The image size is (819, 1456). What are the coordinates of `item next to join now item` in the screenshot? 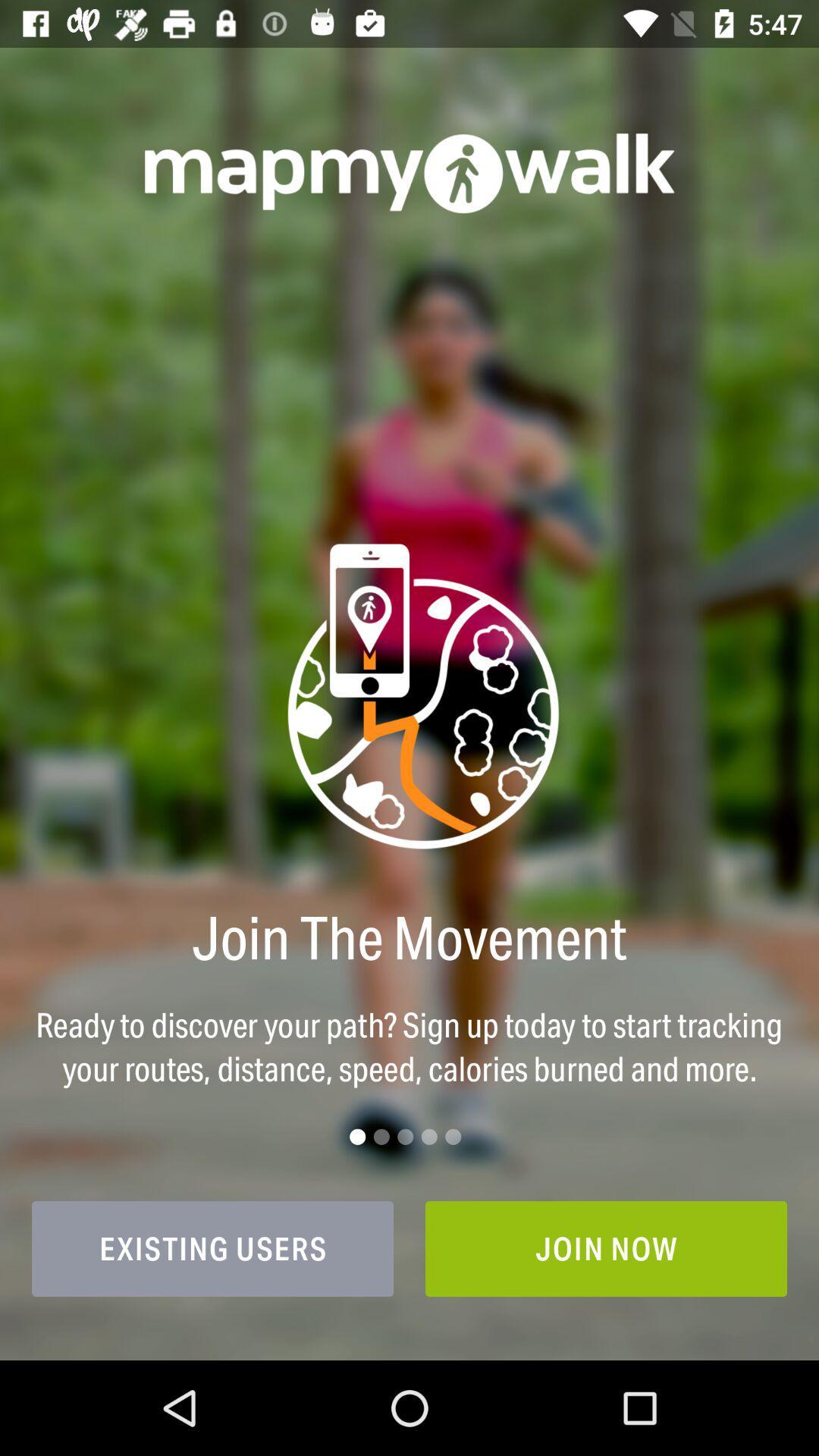 It's located at (212, 1248).